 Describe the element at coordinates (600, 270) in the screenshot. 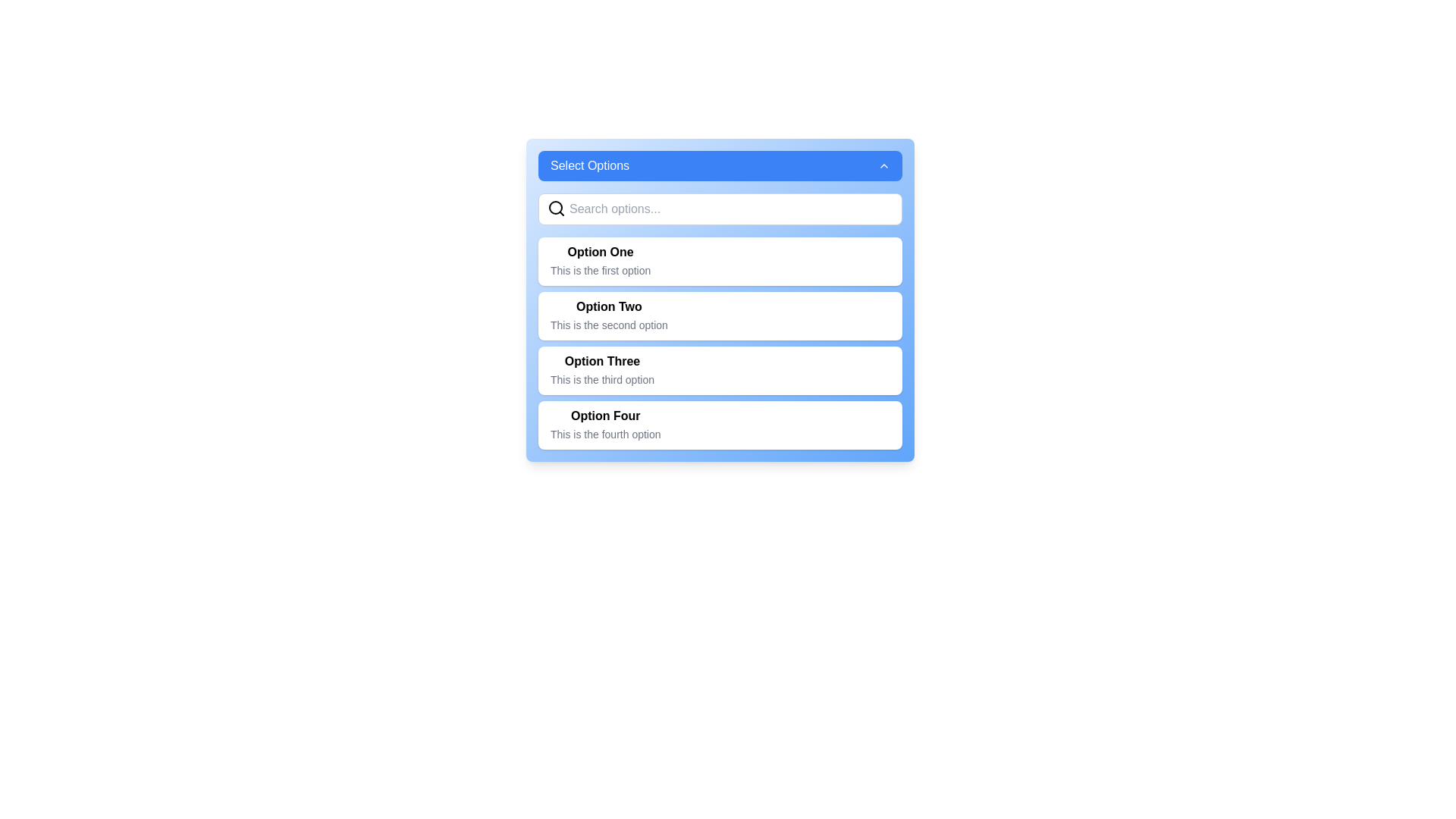

I see `the Text component that provides additional descriptive information for the 'Option One' selection, located directly below the title 'Option One' in the dropdown menu` at that location.